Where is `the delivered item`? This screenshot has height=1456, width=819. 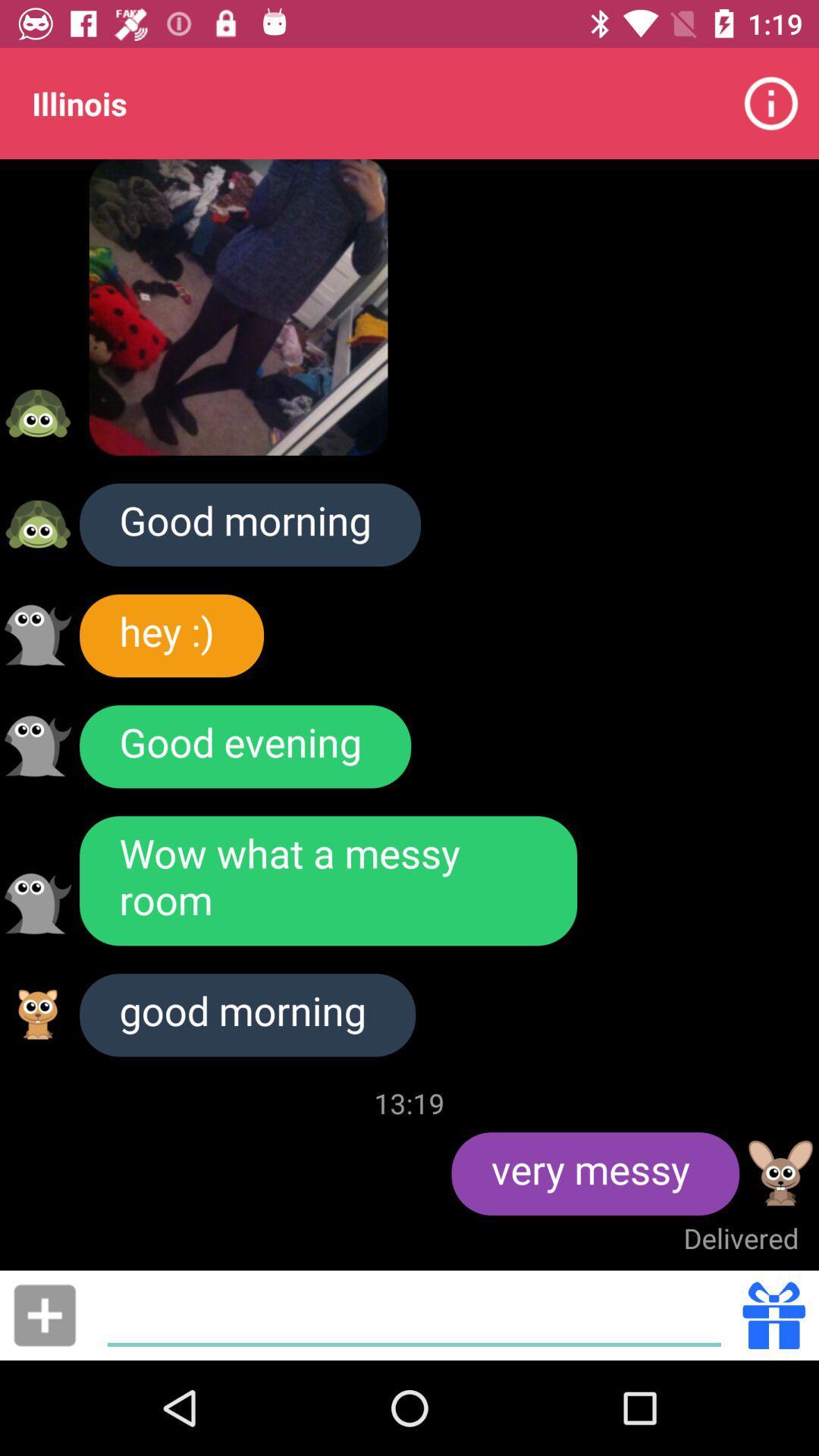
the delivered item is located at coordinates (740, 1238).